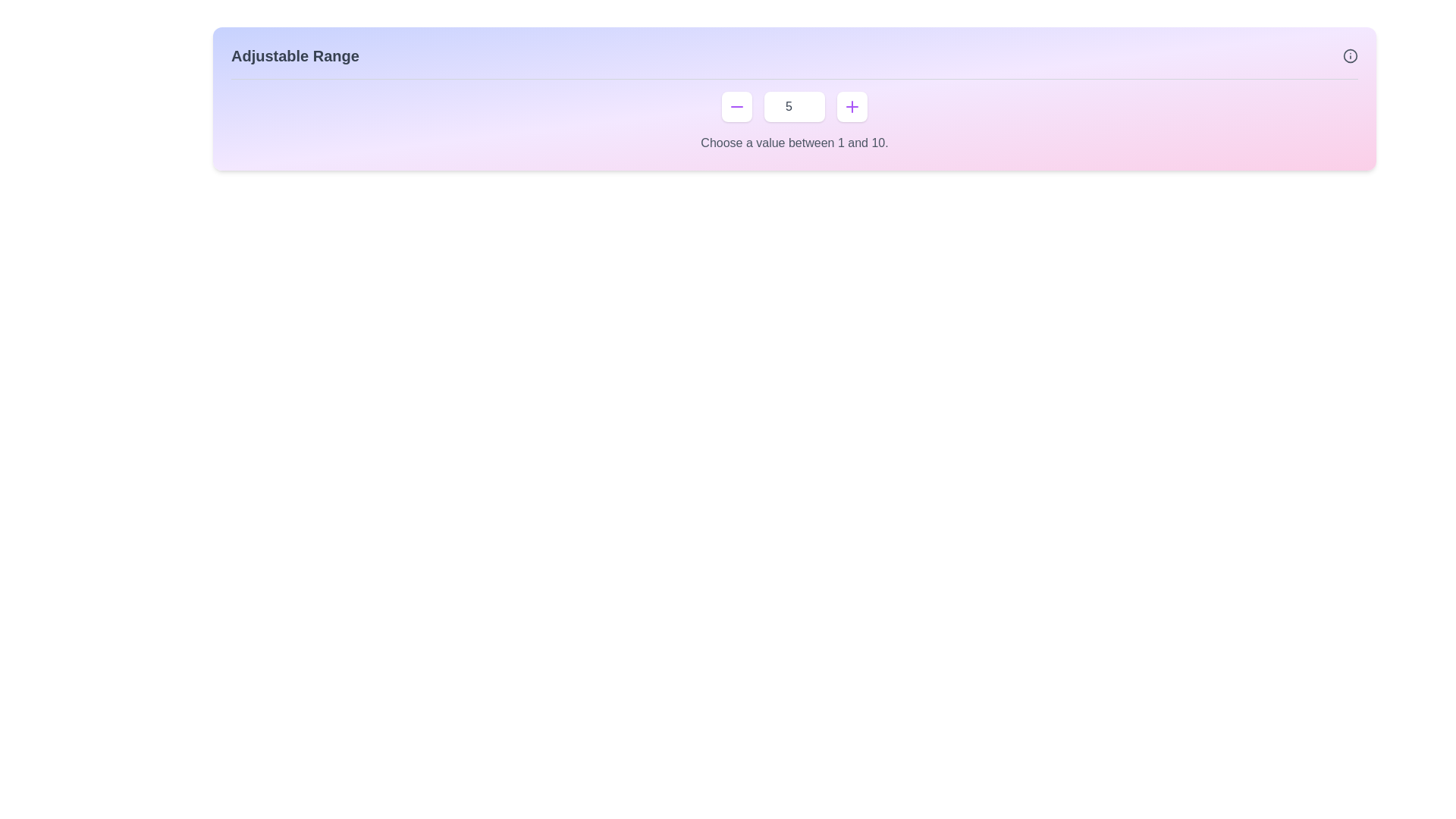 The image size is (1456, 819). What do you see at coordinates (852, 106) in the screenshot?
I see `the button with a plus icon located to the right of the number input field to increase the numeric value displayed in the adjacent input field by one` at bounding box center [852, 106].